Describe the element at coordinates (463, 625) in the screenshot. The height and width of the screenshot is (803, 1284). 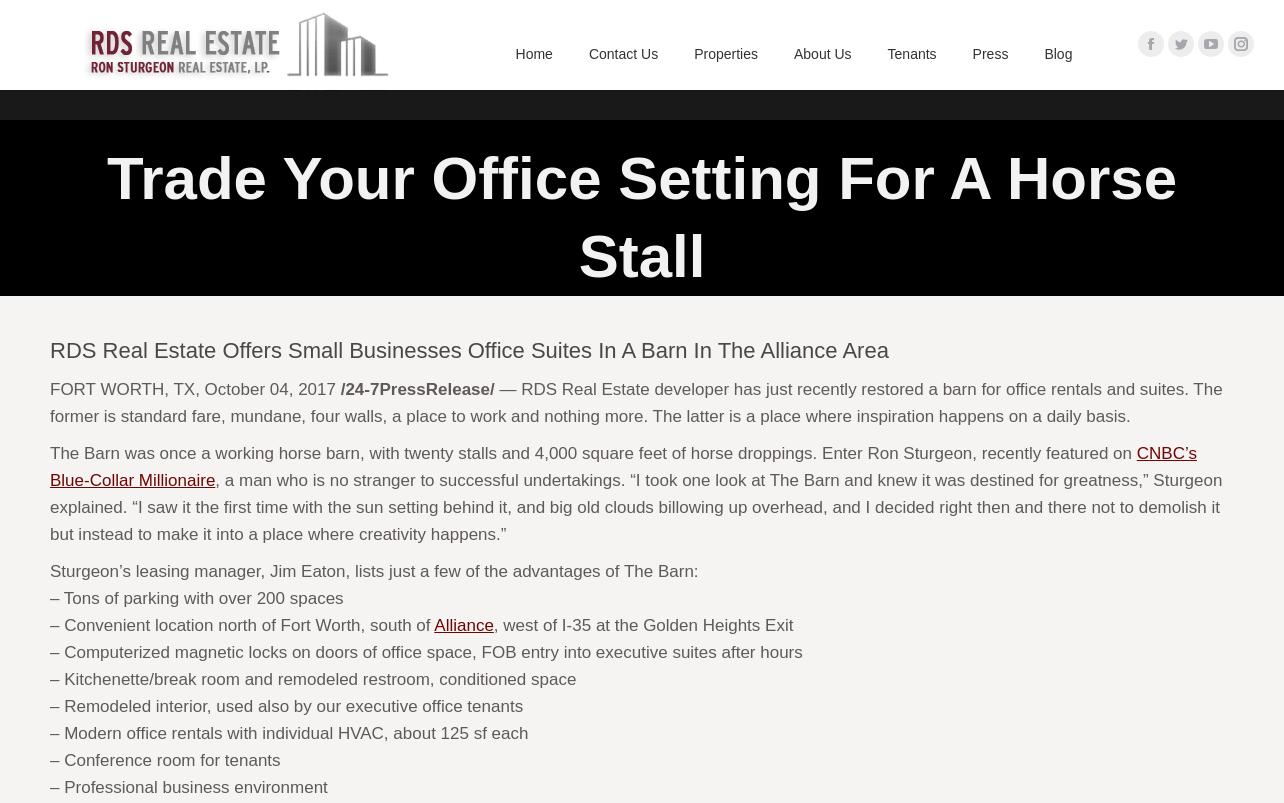
I see `'Alliance'` at that location.